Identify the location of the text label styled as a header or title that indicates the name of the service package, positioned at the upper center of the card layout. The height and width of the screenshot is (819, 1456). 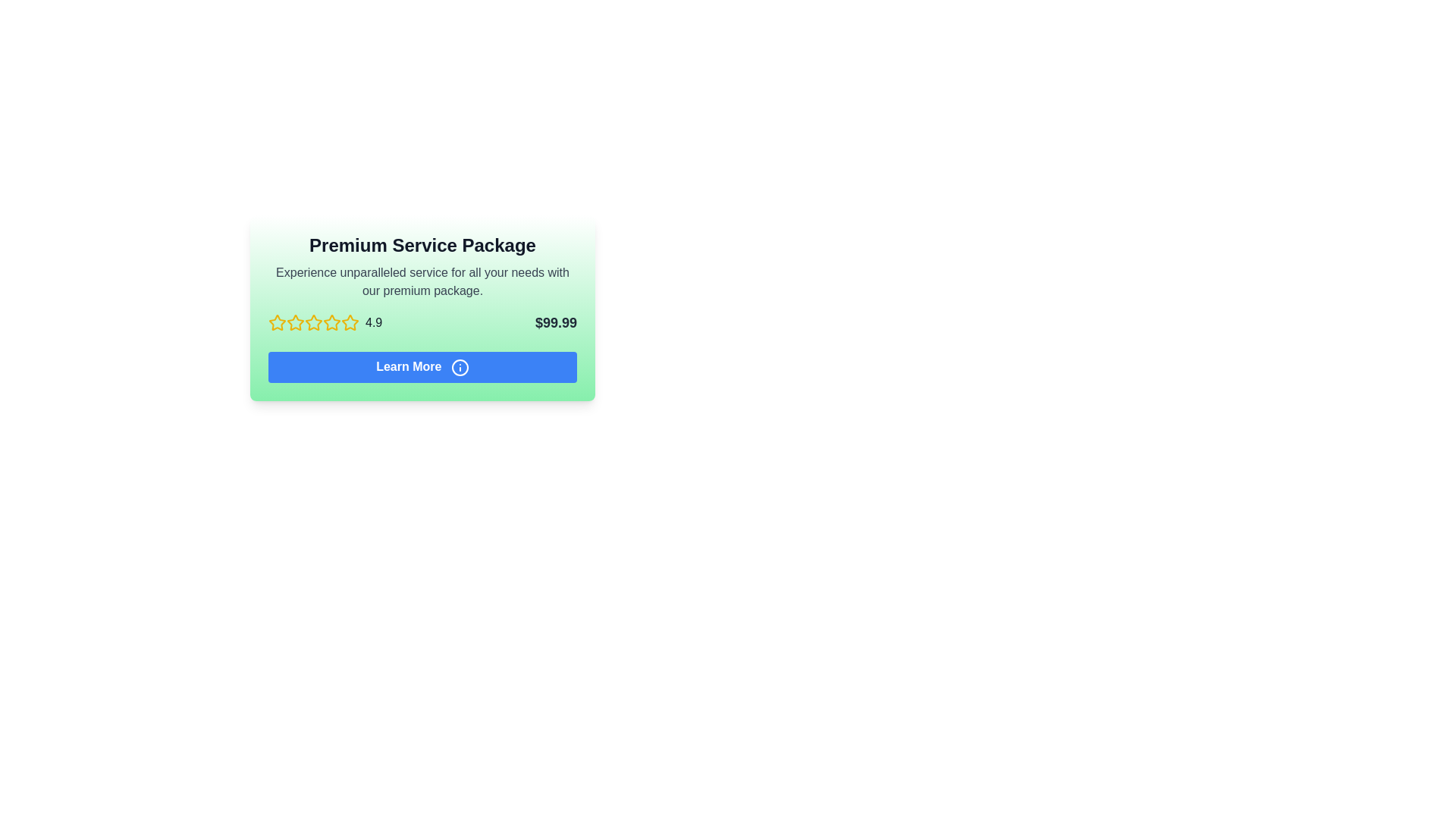
(422, 245).